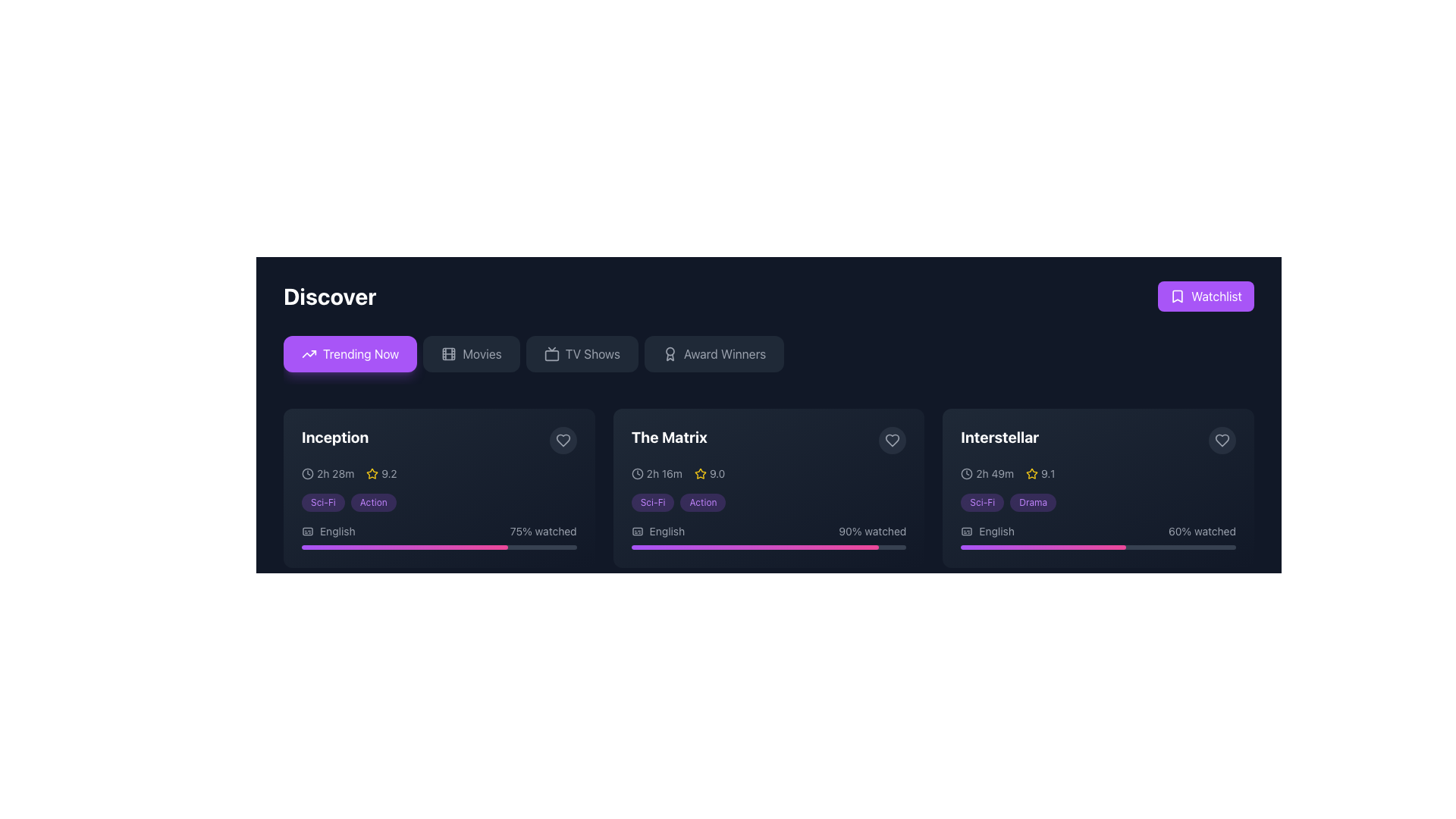 This screenshot has height=819, width=1456. I want to click on the pill-shaped label with the text 'Sci-Fi' in small purple font, located beneath the movie title 'Interstellar' in the rightmost movie card, so click(982, 503).